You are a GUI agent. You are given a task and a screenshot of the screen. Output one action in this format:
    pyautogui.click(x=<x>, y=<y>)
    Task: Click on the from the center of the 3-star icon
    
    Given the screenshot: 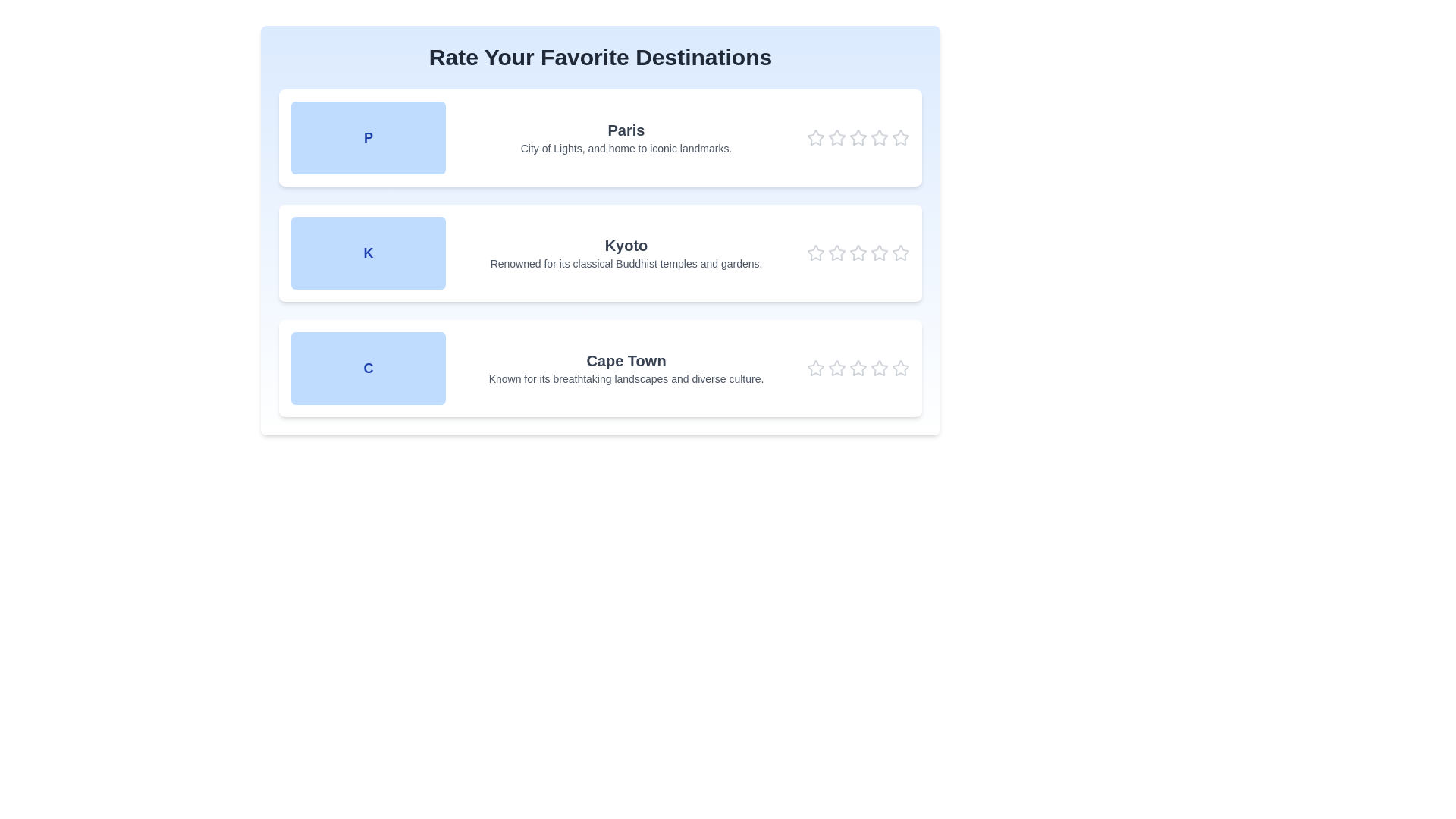 What is the action you would take?
    pyautogui.click(x=858, y=137)
    